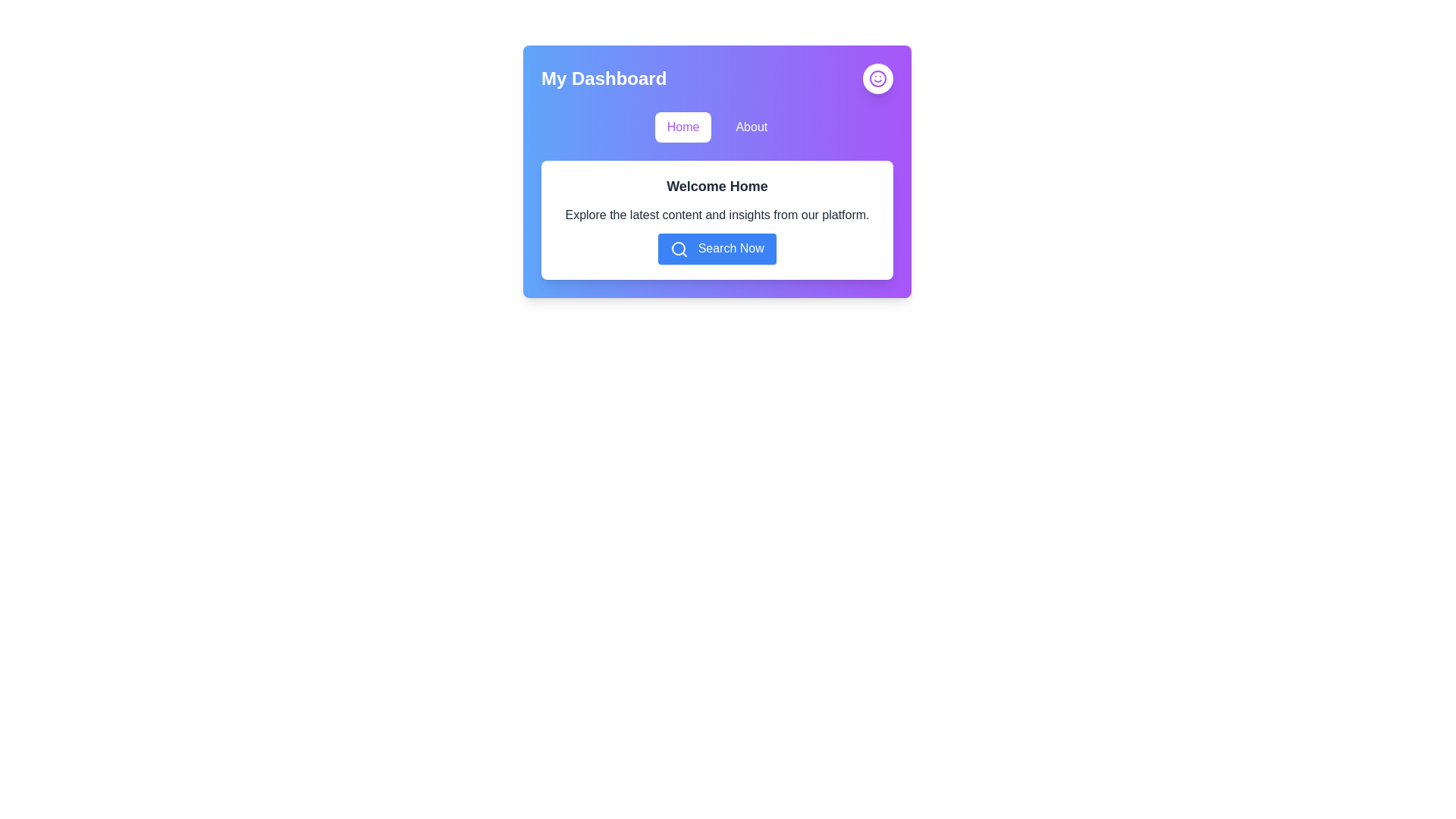 Image resolution: width=1456 pixels, height=819 pixels. Describe the element at coordinates (678, 247) in the screenshot. I see `the search button that contains the circular graphic shape, which is located on the left side of the 'Search Now' button` at that location.